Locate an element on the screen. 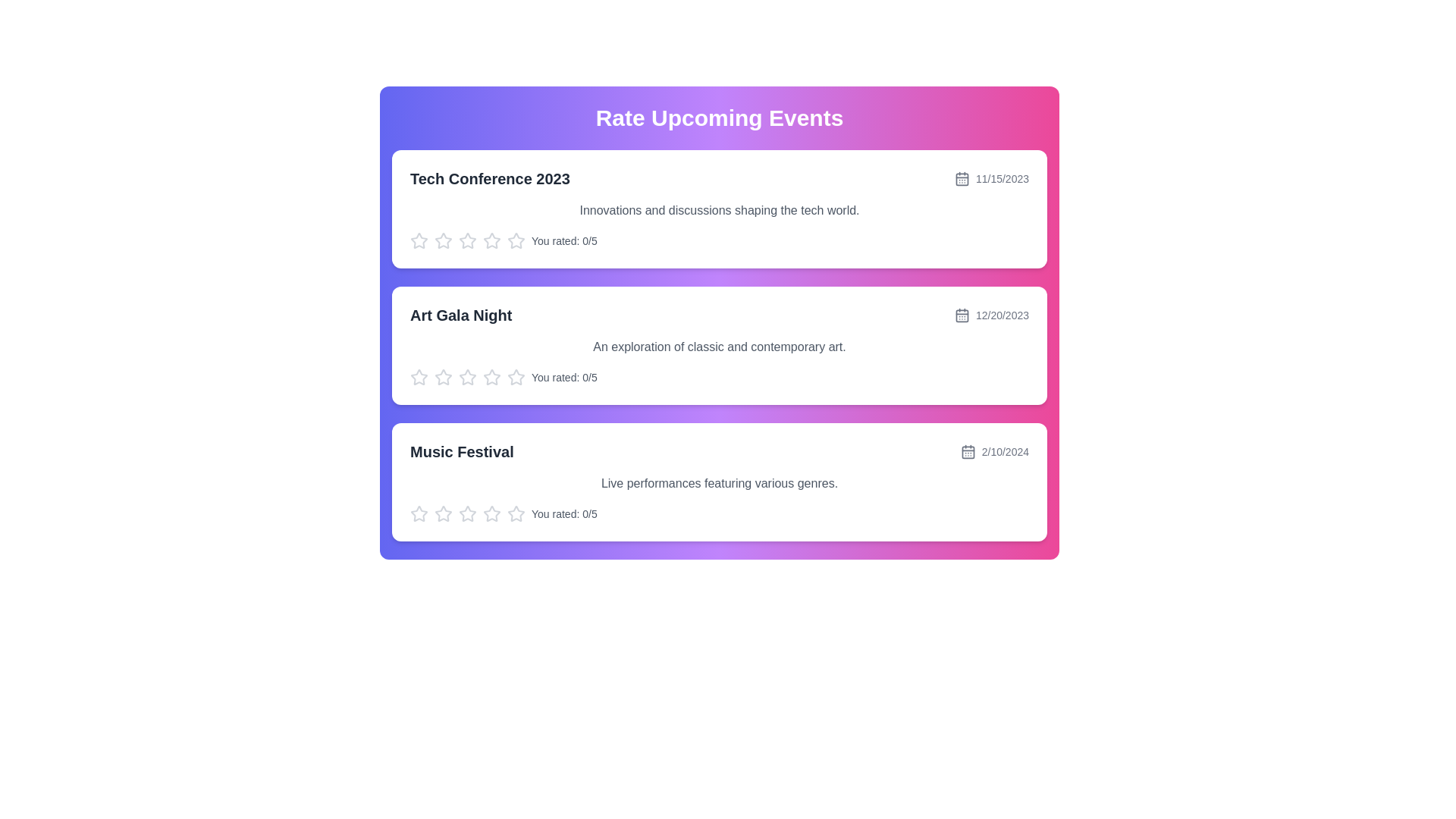  the first star icon in the rating row of the 'Art Gala Night' section is located at coordinates (419, 376).